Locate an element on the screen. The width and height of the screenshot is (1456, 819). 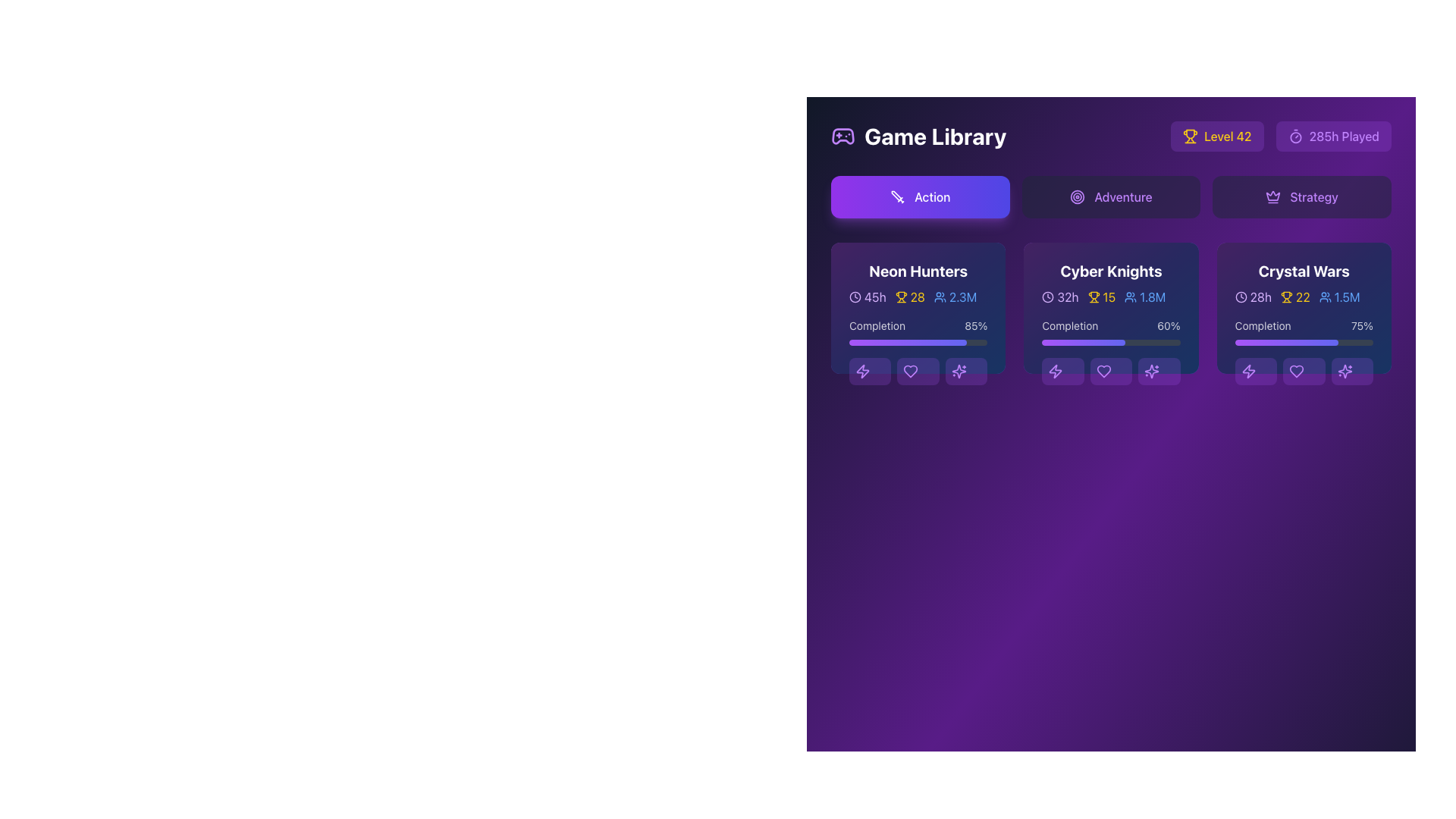
the circular purple icon within the timer graphic located in the upper-right section of the user interface, adjacent to the '285h Played' label is located at coordinates (1294, 137).